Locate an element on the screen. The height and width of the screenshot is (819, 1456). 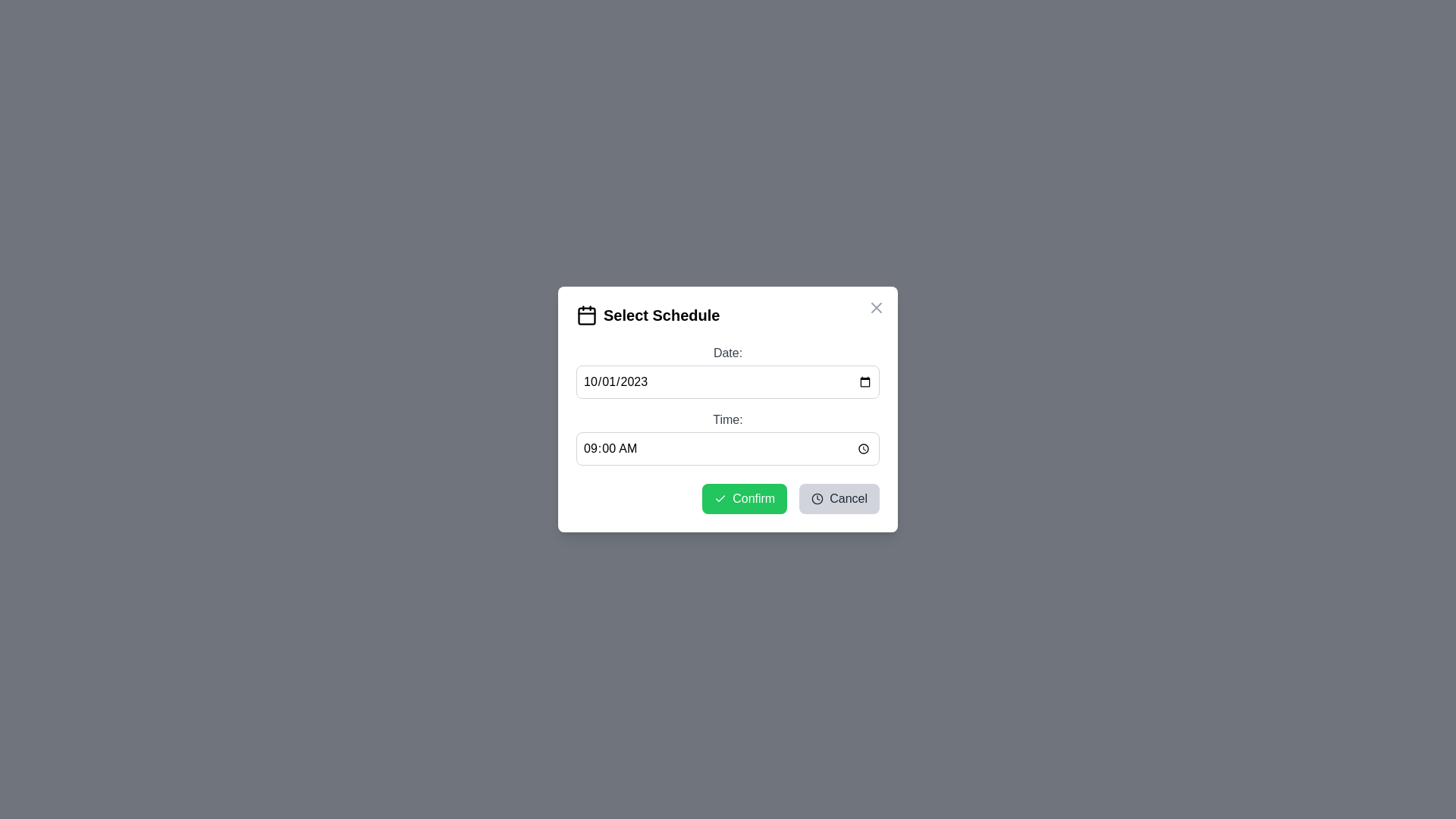
'Cancel' button to close the dialog is located at coordinates (839, 499).